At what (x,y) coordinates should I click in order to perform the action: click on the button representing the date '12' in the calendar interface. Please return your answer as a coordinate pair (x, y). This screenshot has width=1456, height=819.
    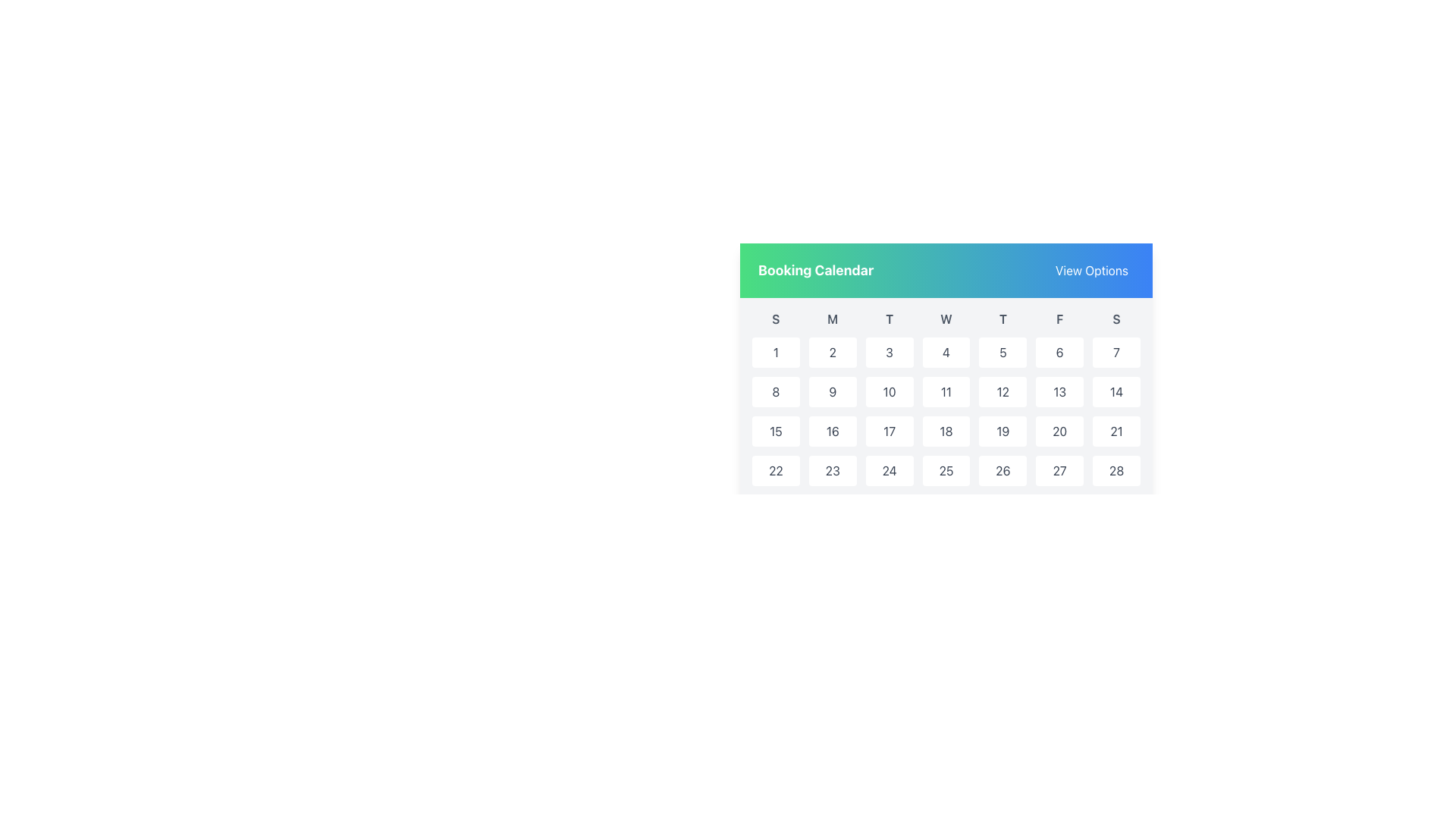
    Looking at the image, I should click on (1003, 391).